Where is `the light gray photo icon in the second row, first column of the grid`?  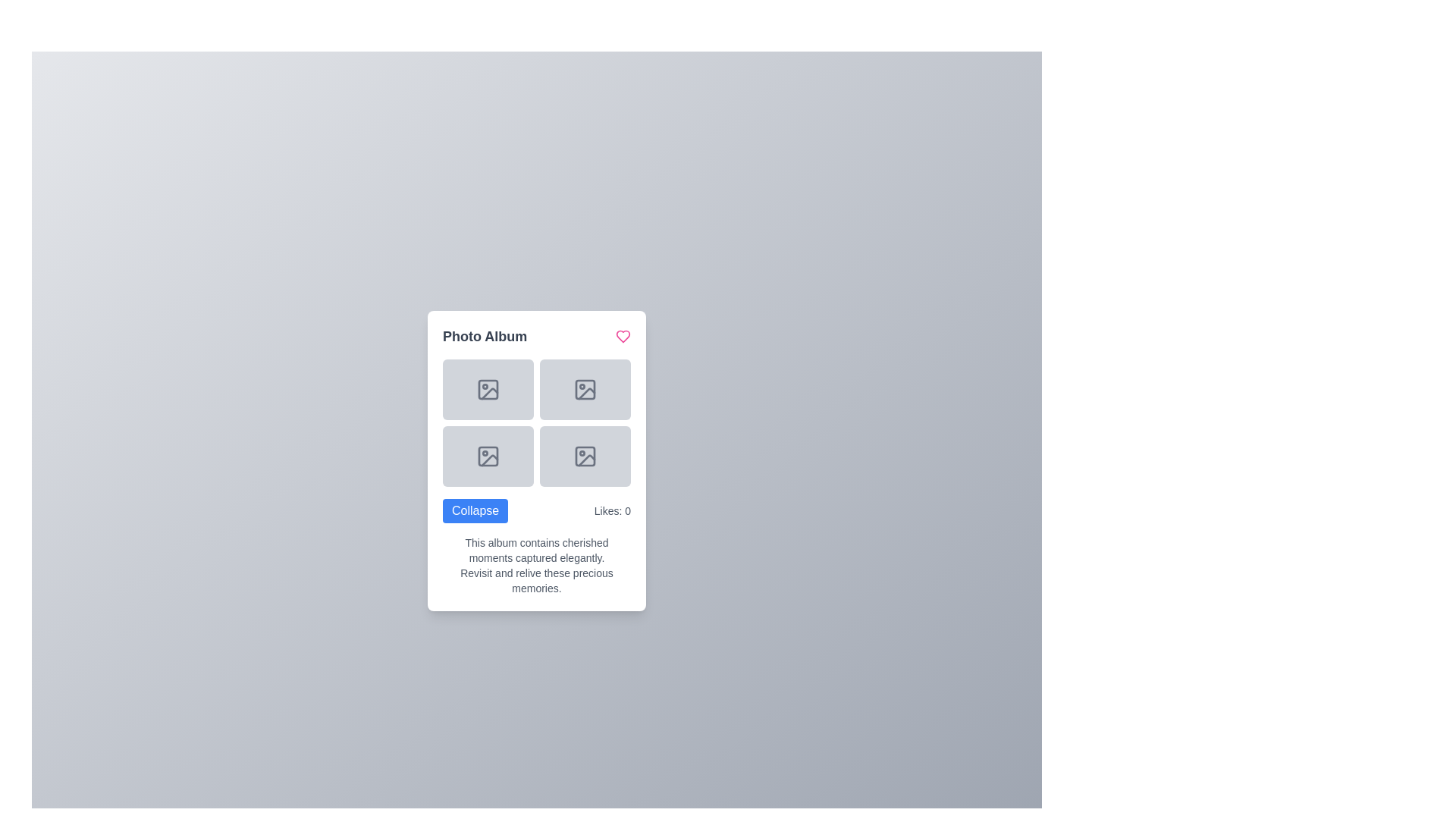
the light gray photo icon in the second row, first column of the grid is located at coordinates (488, 455).